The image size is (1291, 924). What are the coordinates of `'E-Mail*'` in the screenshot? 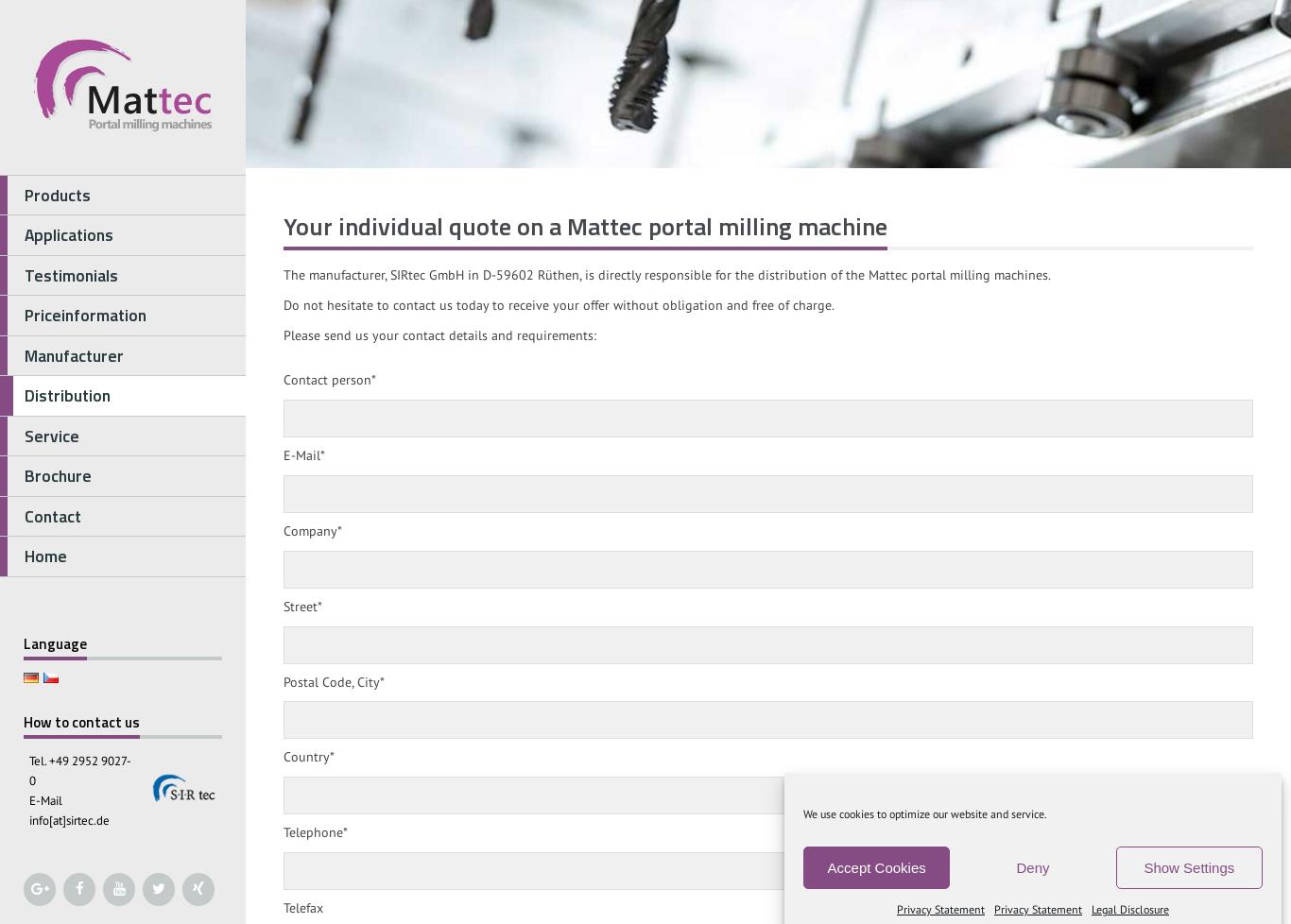 It's located at (303, 453).